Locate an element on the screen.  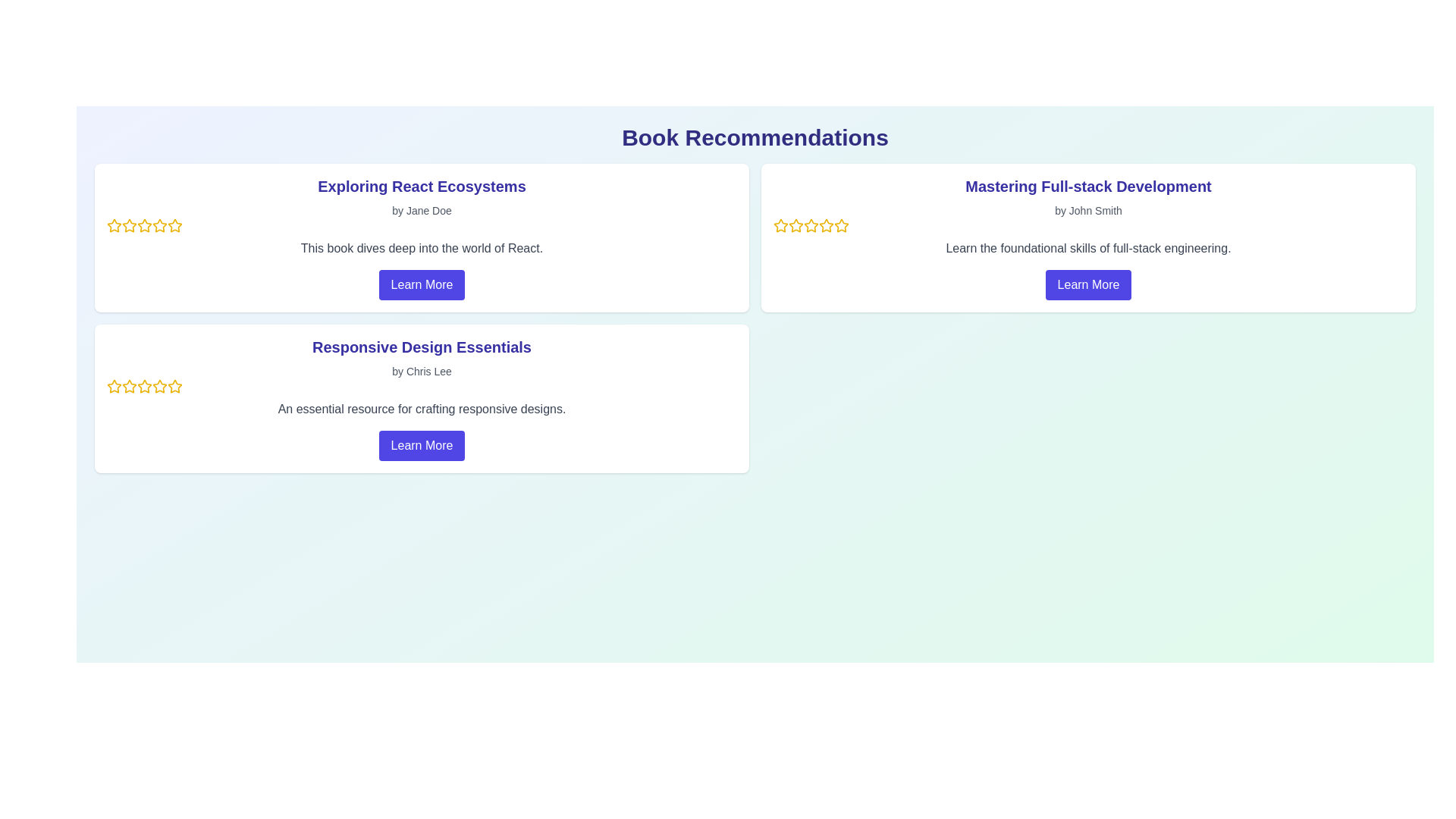
the fourth star icon, which represents a rating value under the book 'Mastering Full-stack Development' is located at coordinates (811, 225).